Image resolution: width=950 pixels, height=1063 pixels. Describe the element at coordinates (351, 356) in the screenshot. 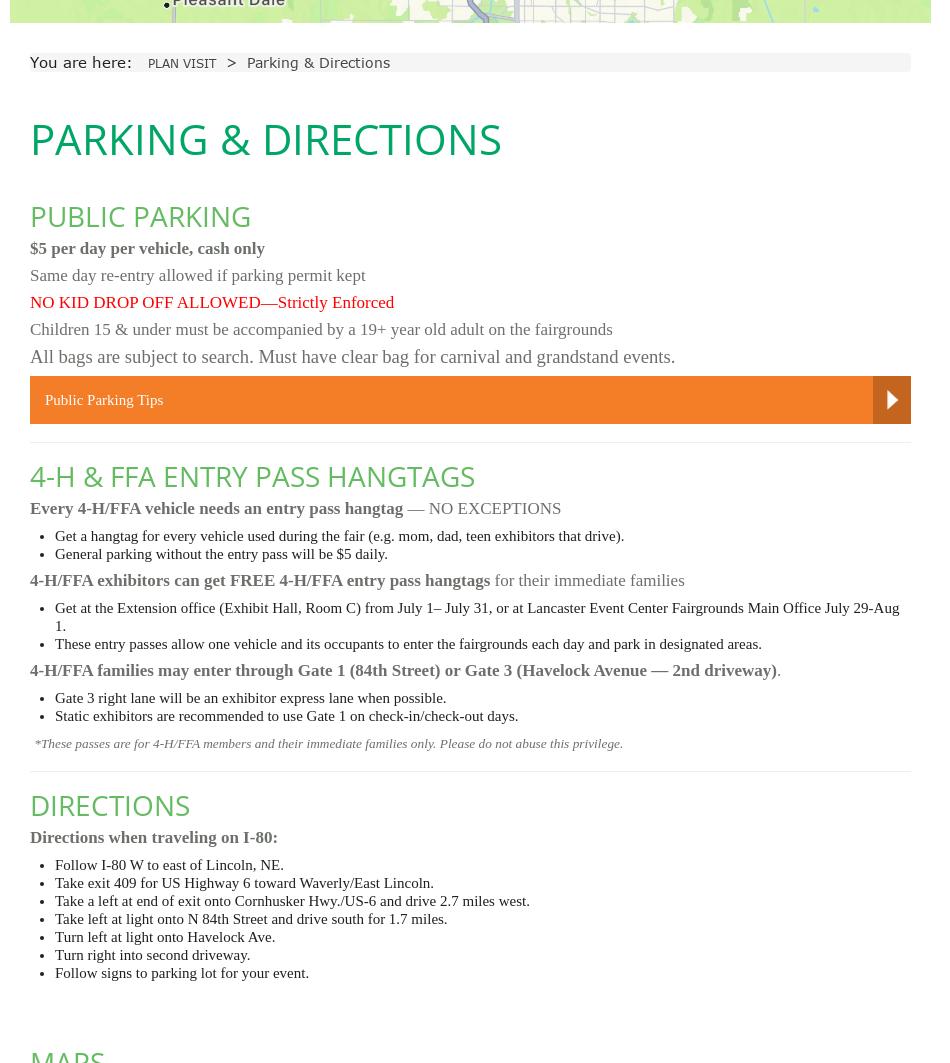

I see `'All bags are subject to search. Must have clear bag for carnival and grandstand events.'` at that location.